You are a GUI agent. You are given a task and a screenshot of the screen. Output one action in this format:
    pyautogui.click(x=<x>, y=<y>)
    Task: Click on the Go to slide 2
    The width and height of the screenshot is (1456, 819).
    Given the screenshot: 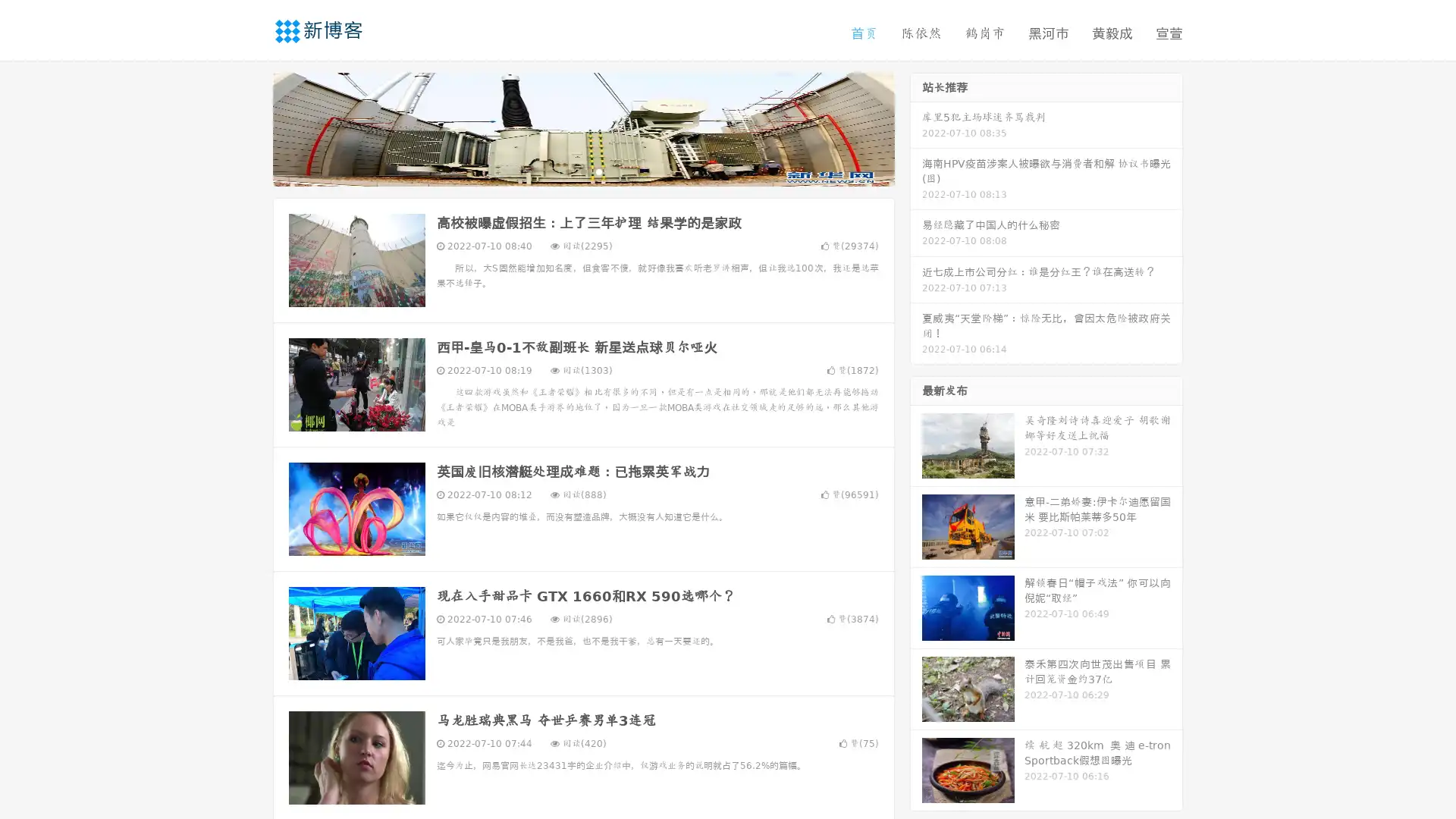 What is the action you would take?
    pyautogui.click(x=582, y=171)
    